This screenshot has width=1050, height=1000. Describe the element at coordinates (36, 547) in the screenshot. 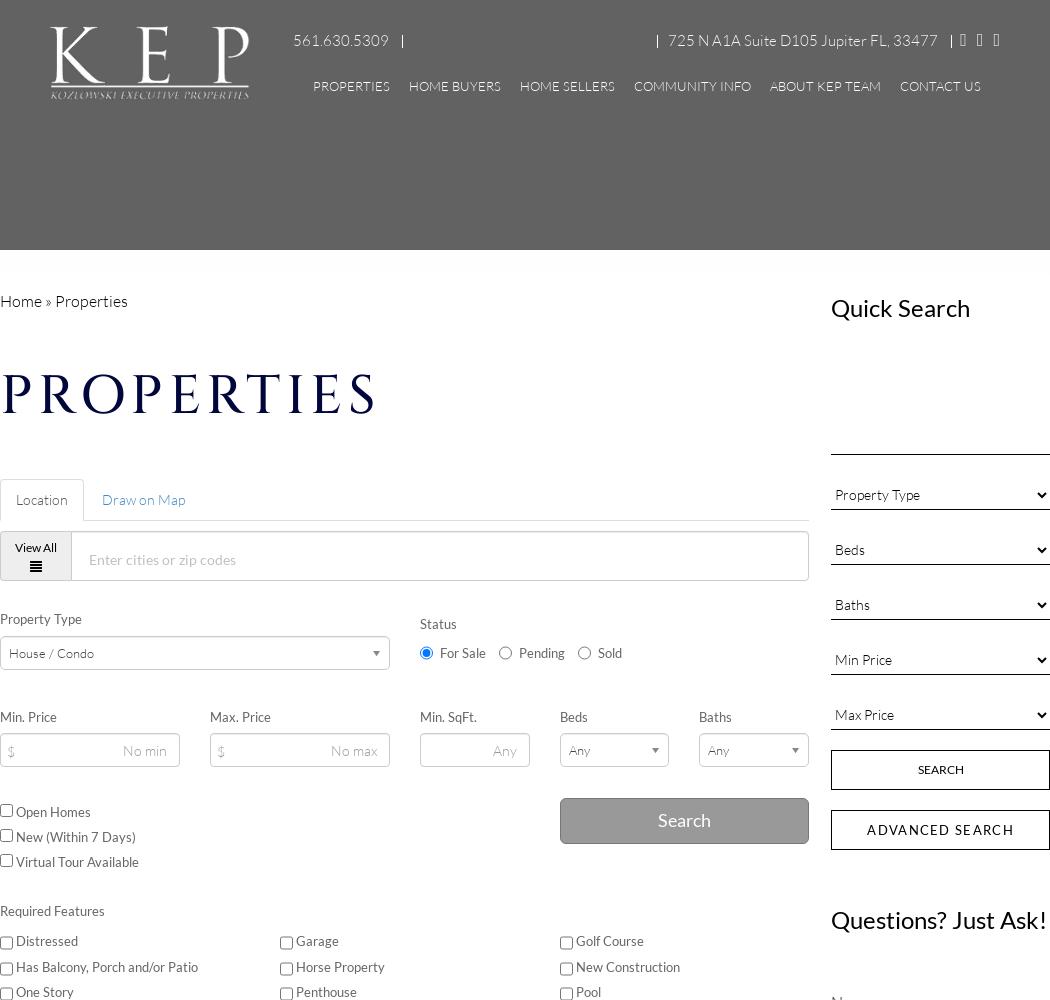

I see `'View All'` at that location.